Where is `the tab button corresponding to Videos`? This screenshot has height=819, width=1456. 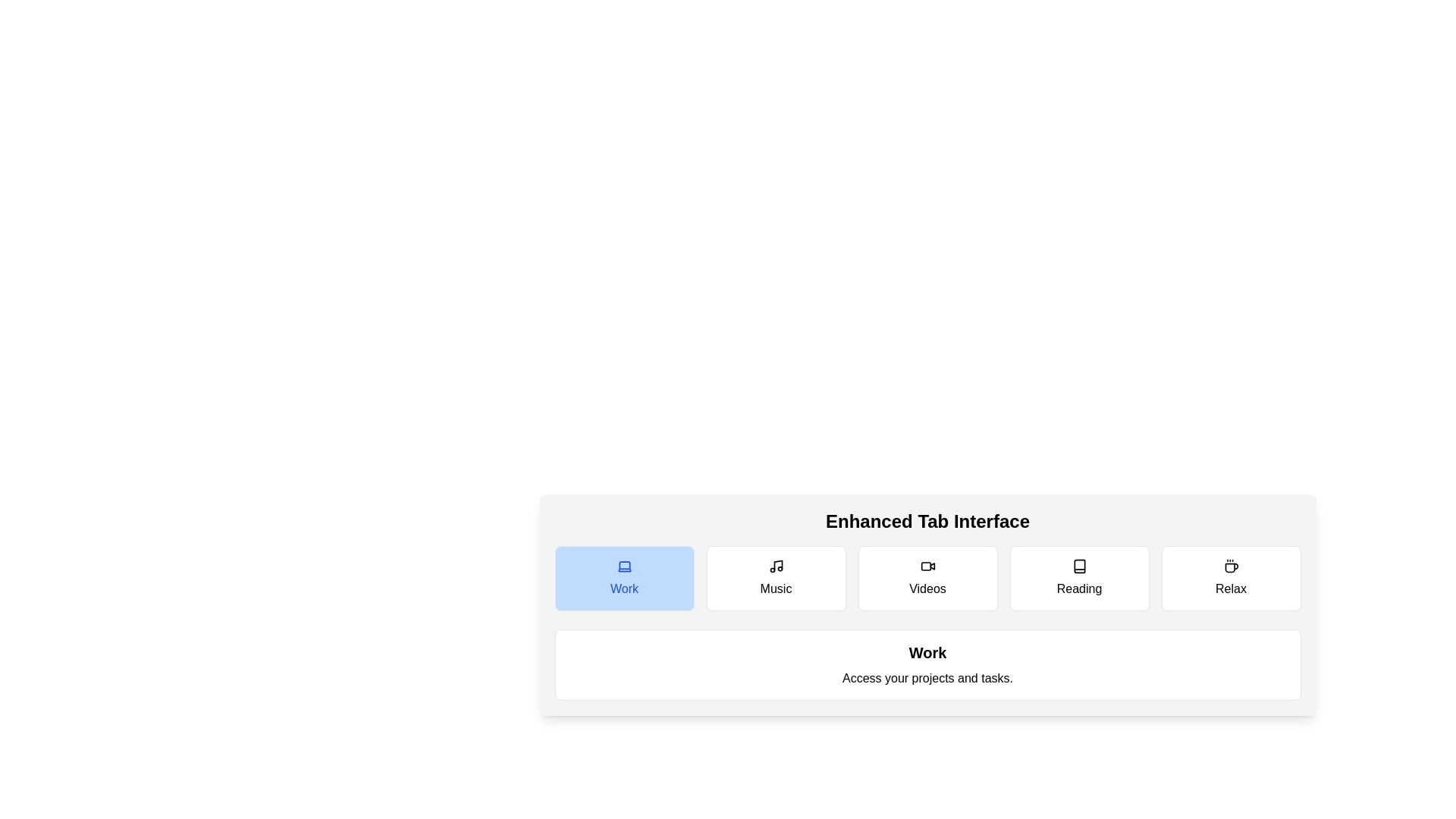
the tab button corresponding to Videos is located at coordinates (927, 579).